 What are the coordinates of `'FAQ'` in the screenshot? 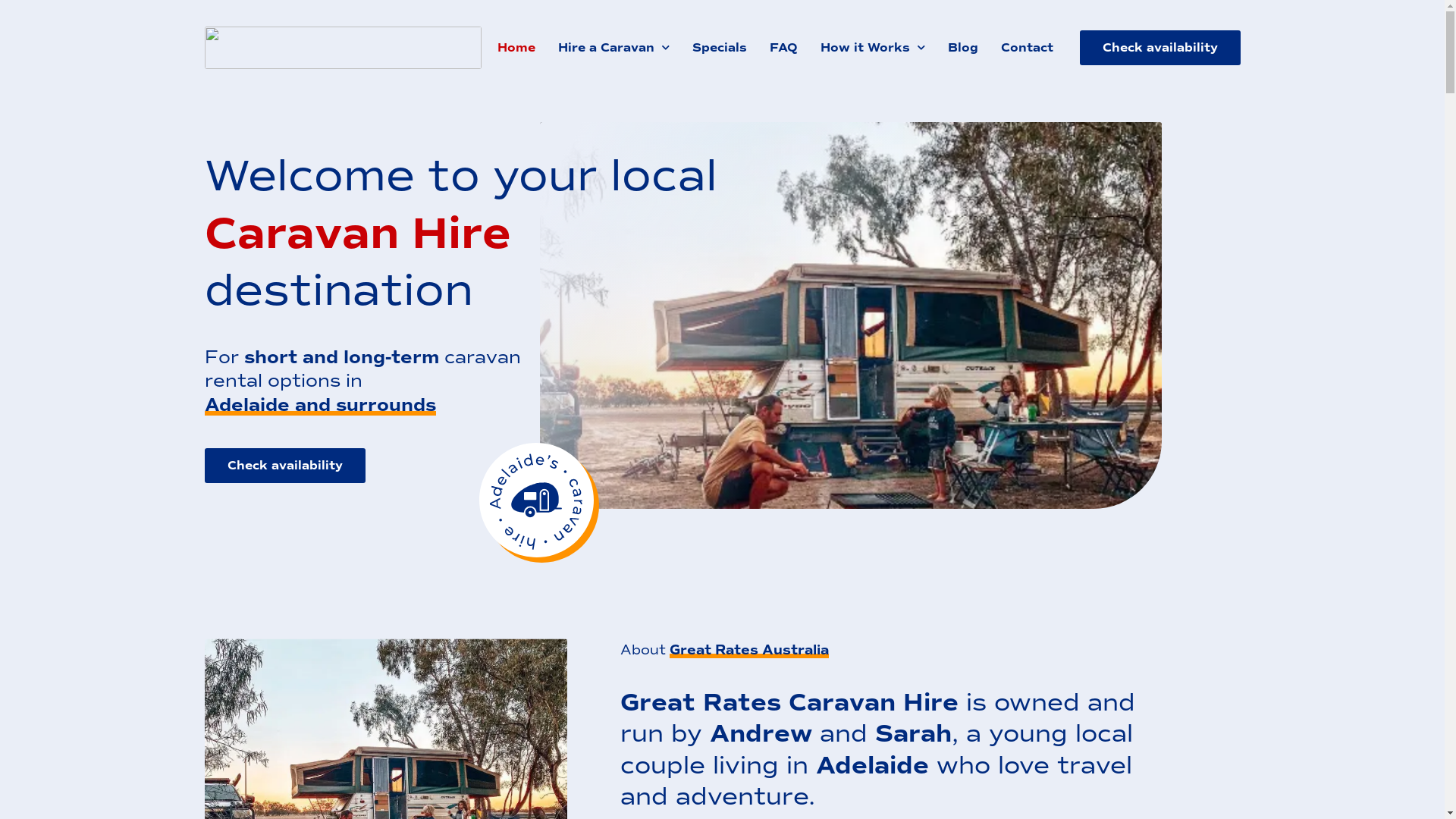 It's located at (758, 46).